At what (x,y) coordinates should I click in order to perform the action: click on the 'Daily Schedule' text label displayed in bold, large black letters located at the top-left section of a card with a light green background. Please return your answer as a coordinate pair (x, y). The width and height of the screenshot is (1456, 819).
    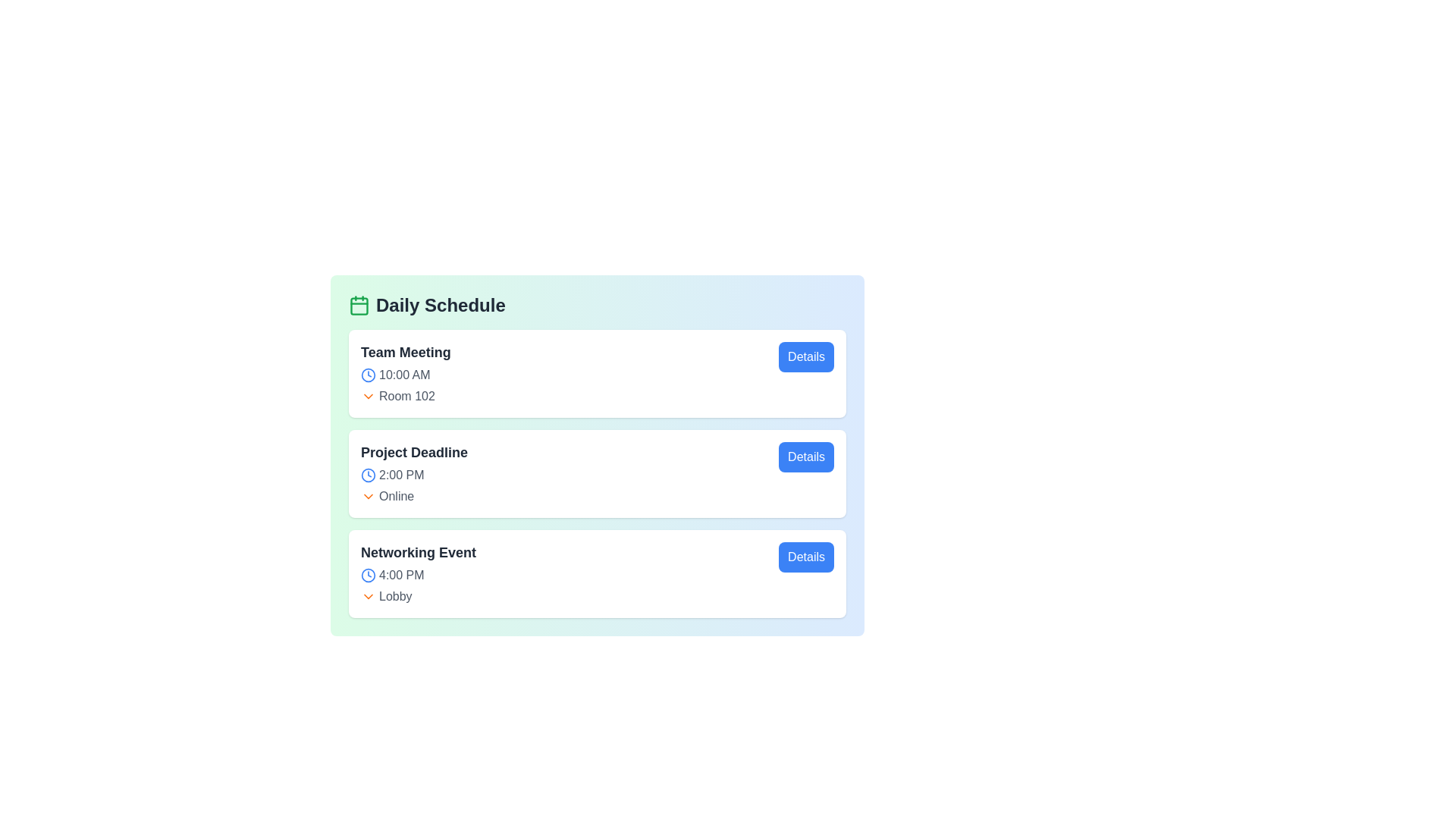
    Looking at the image, I should click on (440, 305).